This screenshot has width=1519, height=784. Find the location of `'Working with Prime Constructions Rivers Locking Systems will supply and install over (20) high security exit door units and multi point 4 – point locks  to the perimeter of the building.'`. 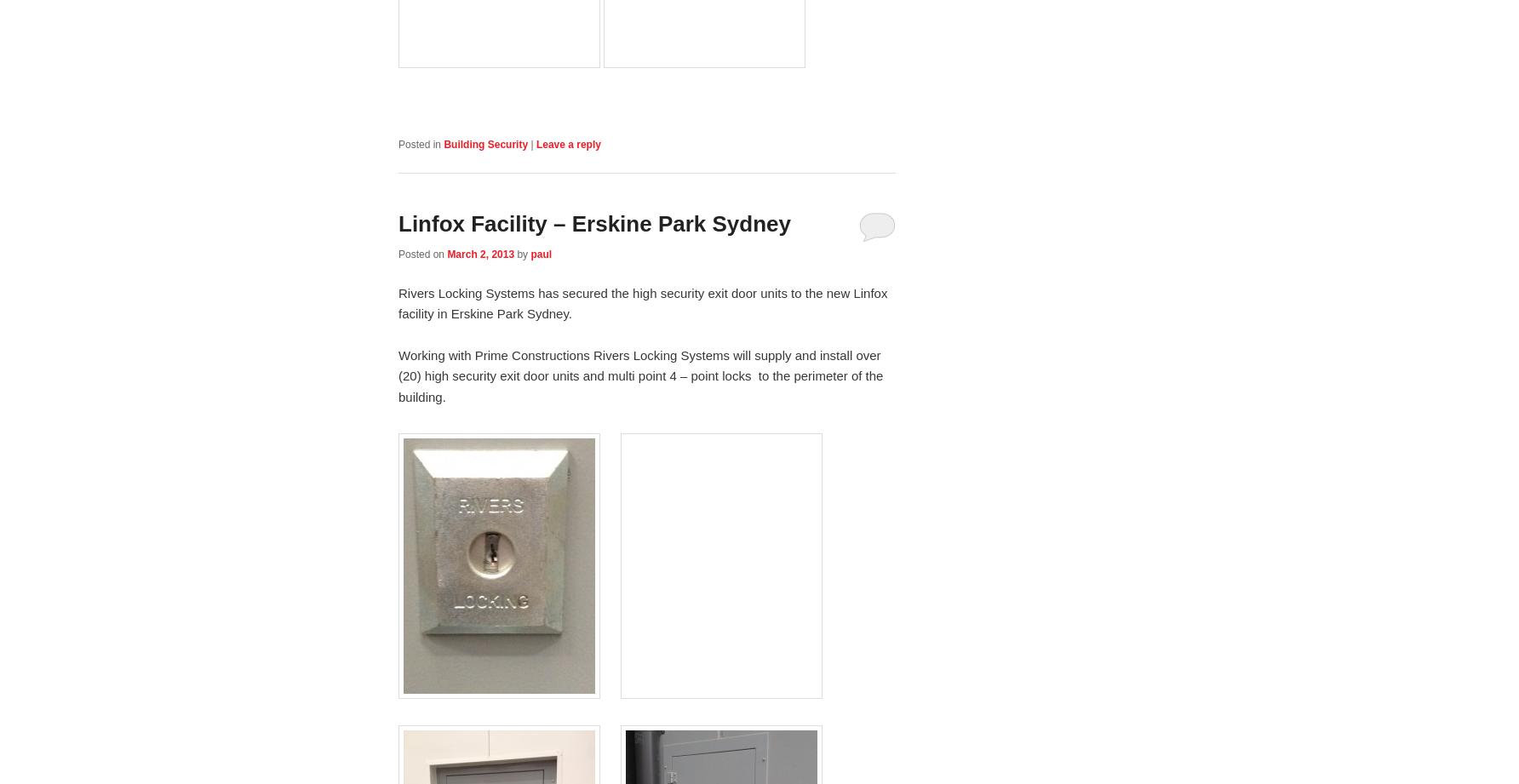

'Working with Prime Constructions Rivers Locking Systems will supply and install over (20) high security exit door units and multi point 4 – point locks  to the perimeter of the building.' is located at coordinates (640, 375).